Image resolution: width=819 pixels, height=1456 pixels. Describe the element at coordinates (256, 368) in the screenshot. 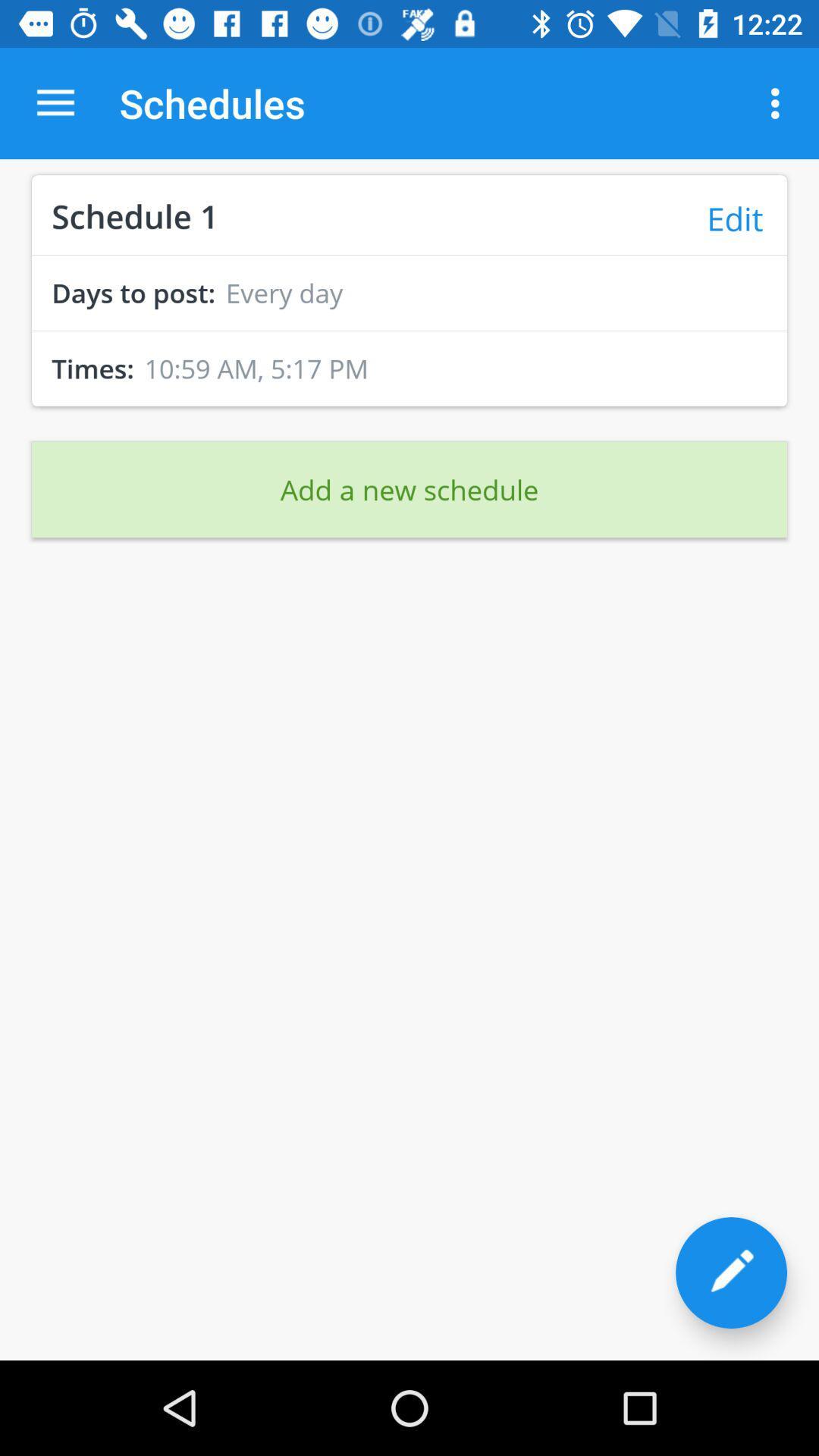

I see `the icon next to the times:` at that location.